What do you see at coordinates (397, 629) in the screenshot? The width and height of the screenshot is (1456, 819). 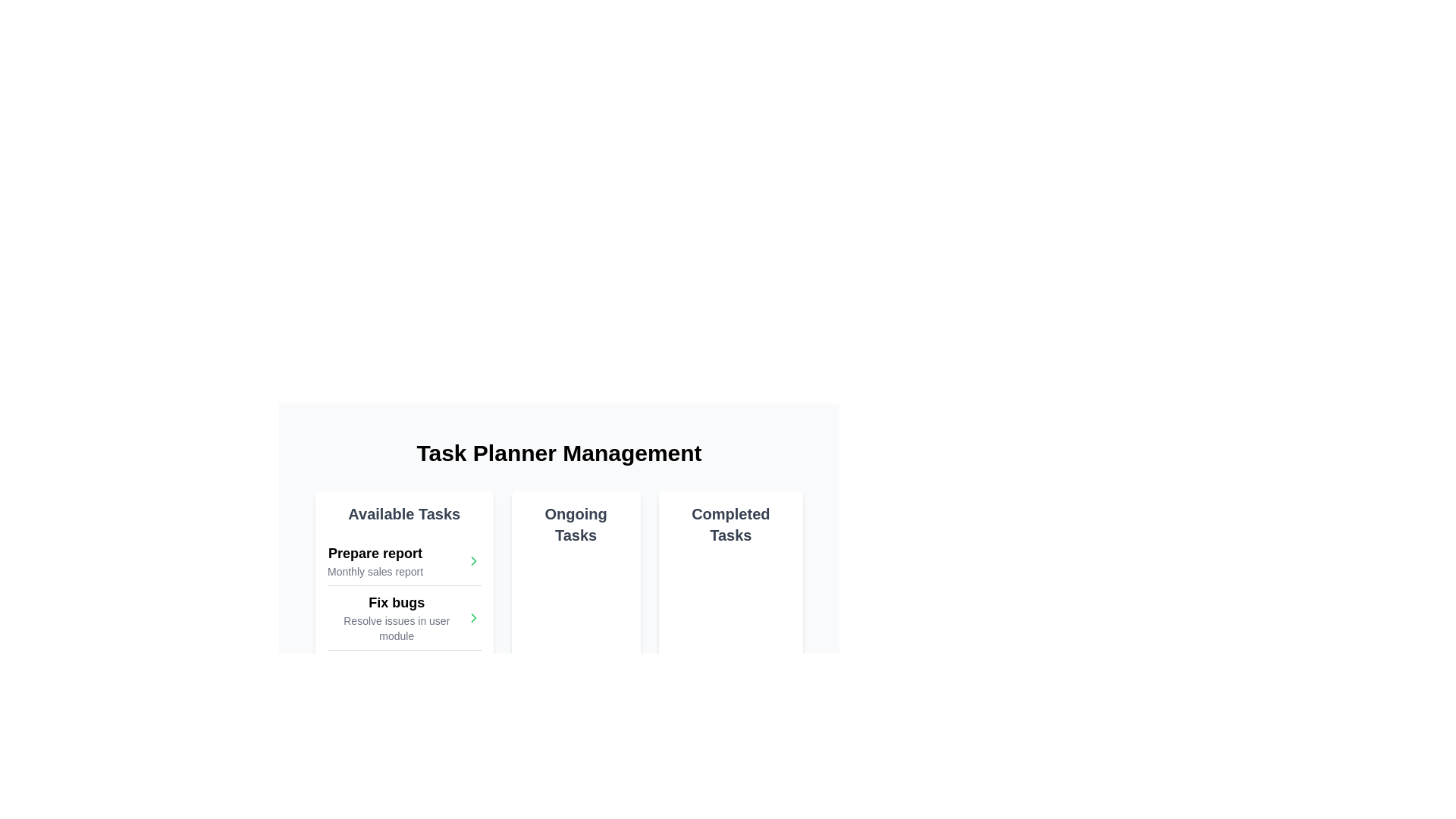 I see `text label displaying 'Resolve issues in user module' located below the title 'Fix bugs' in the 'Available Tasks' column` at bounding box center [397, 629].